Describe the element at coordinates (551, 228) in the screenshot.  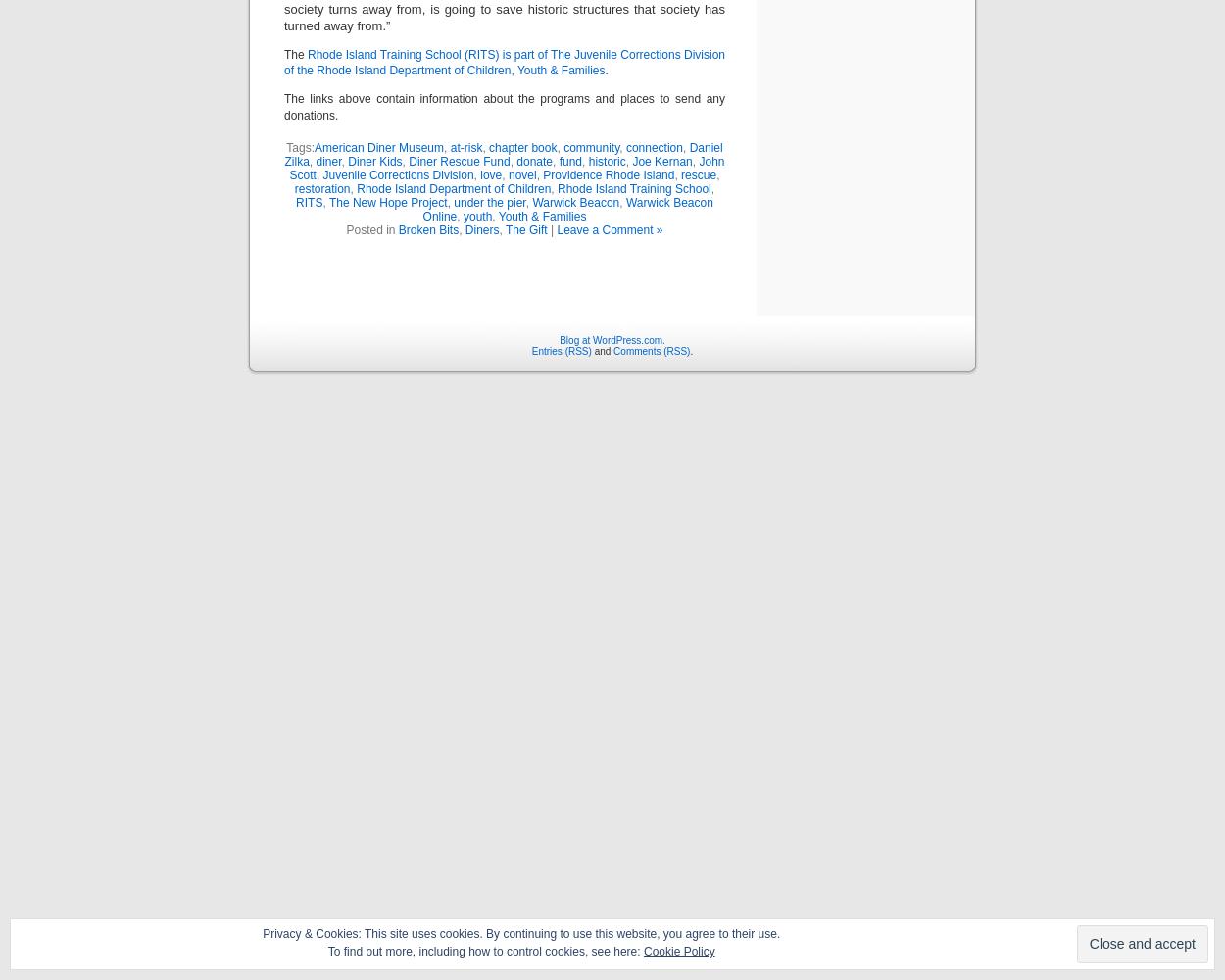
I see `'|'` at that location.